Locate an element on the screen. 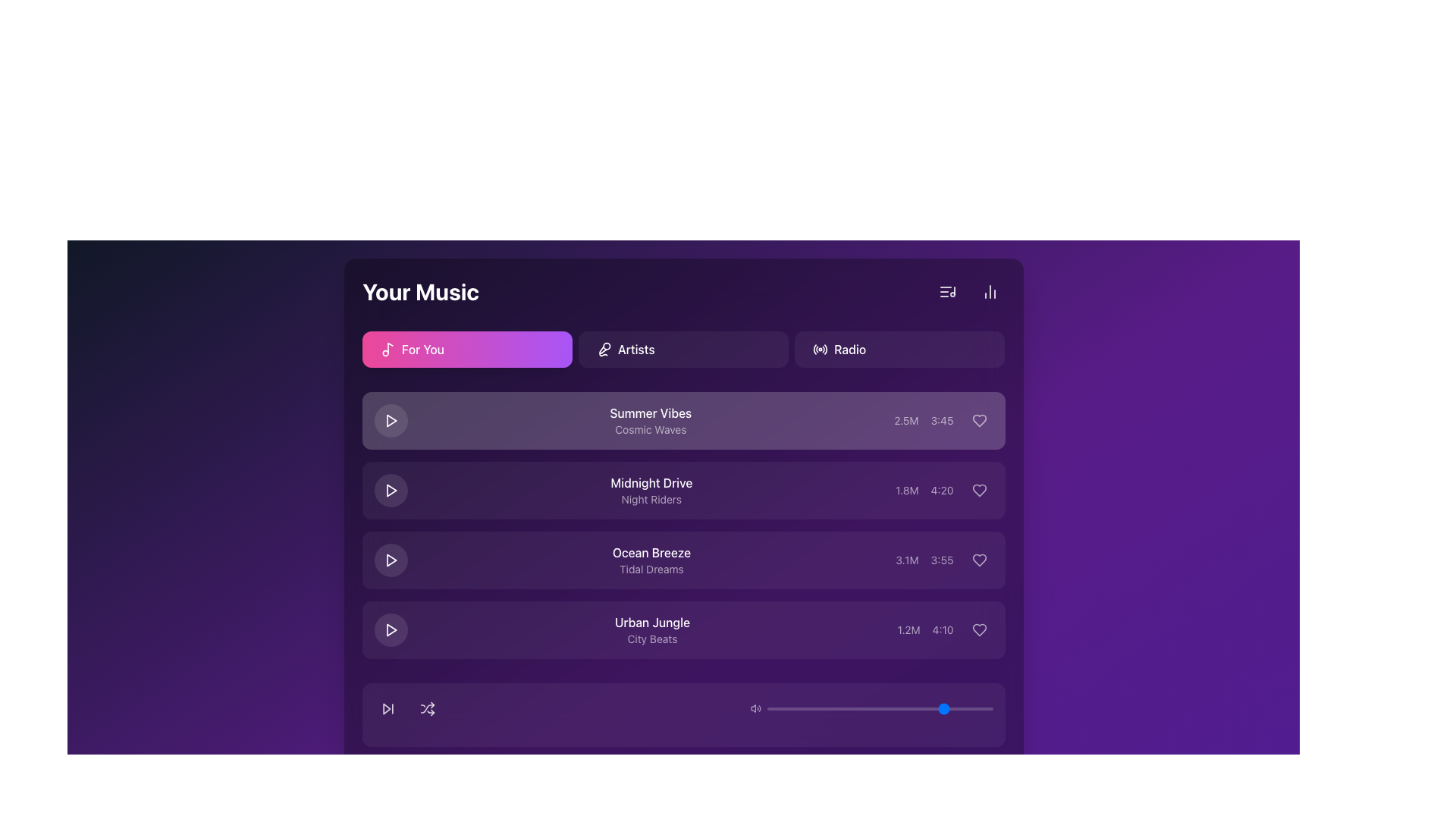 Image resolution: width=1456 pixels, height=819 pixels. the Media control bar located at the bottom of the music-themed panel is located at coordinates (682, 708).